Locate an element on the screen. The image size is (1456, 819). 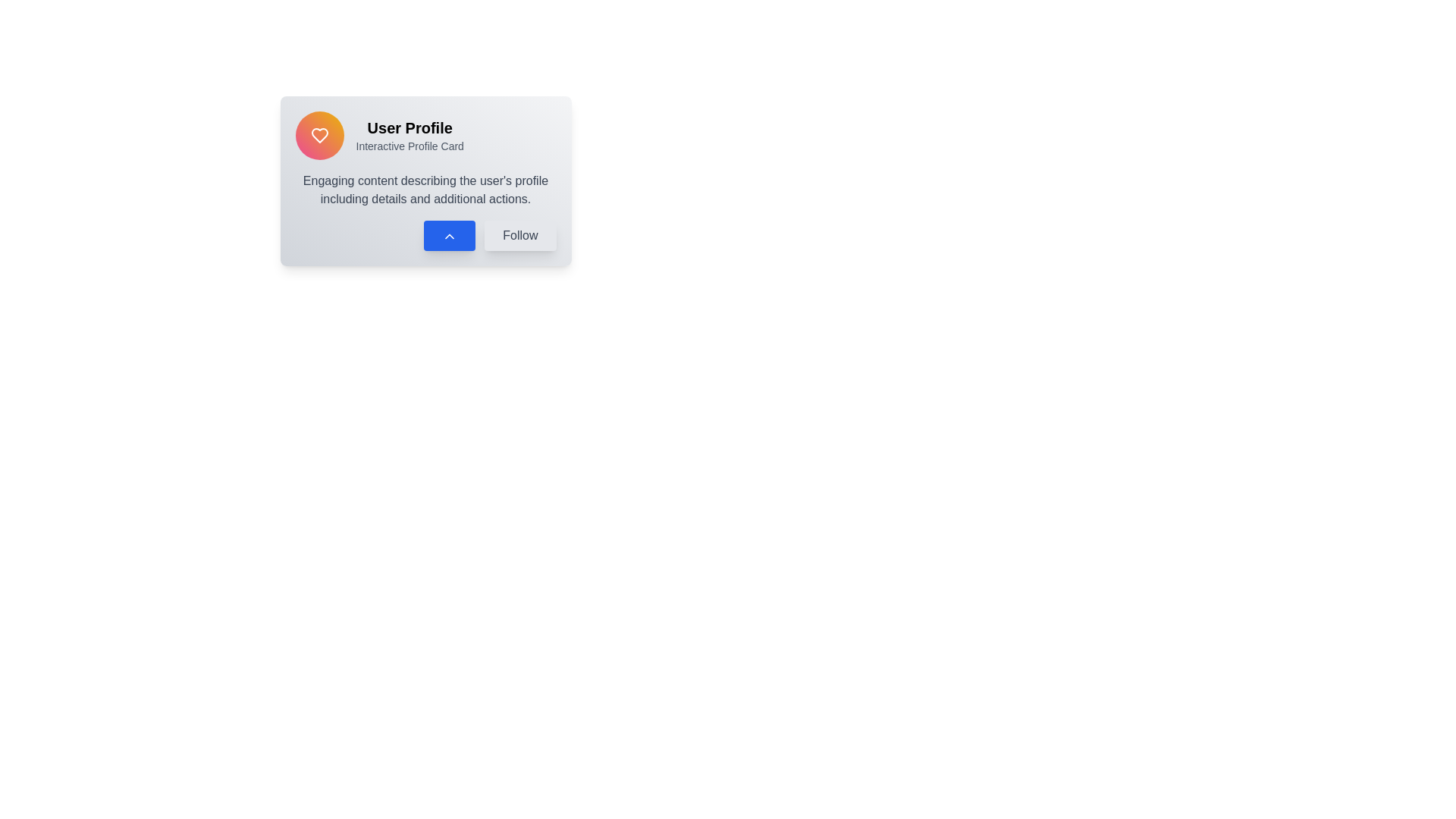
text block that contains the description: 'Engaging content describing the user's profile including details and additional actions.' which is located prominently within the card layout is located at coordinates (425, 189).